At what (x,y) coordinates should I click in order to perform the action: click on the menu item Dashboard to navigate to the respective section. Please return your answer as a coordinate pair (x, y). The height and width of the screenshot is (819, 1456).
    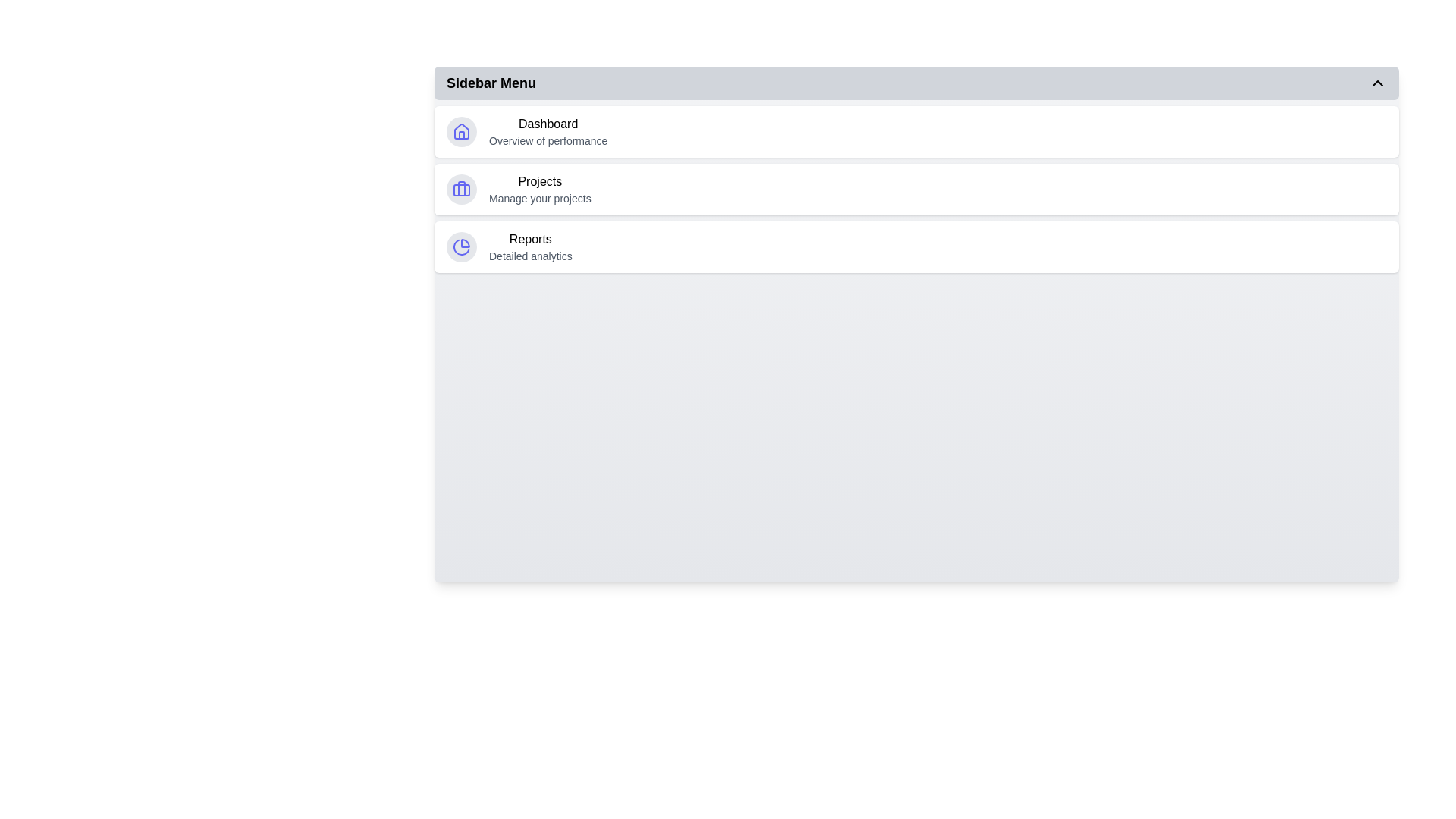
    Looking at the image, I should click on (916, 130).